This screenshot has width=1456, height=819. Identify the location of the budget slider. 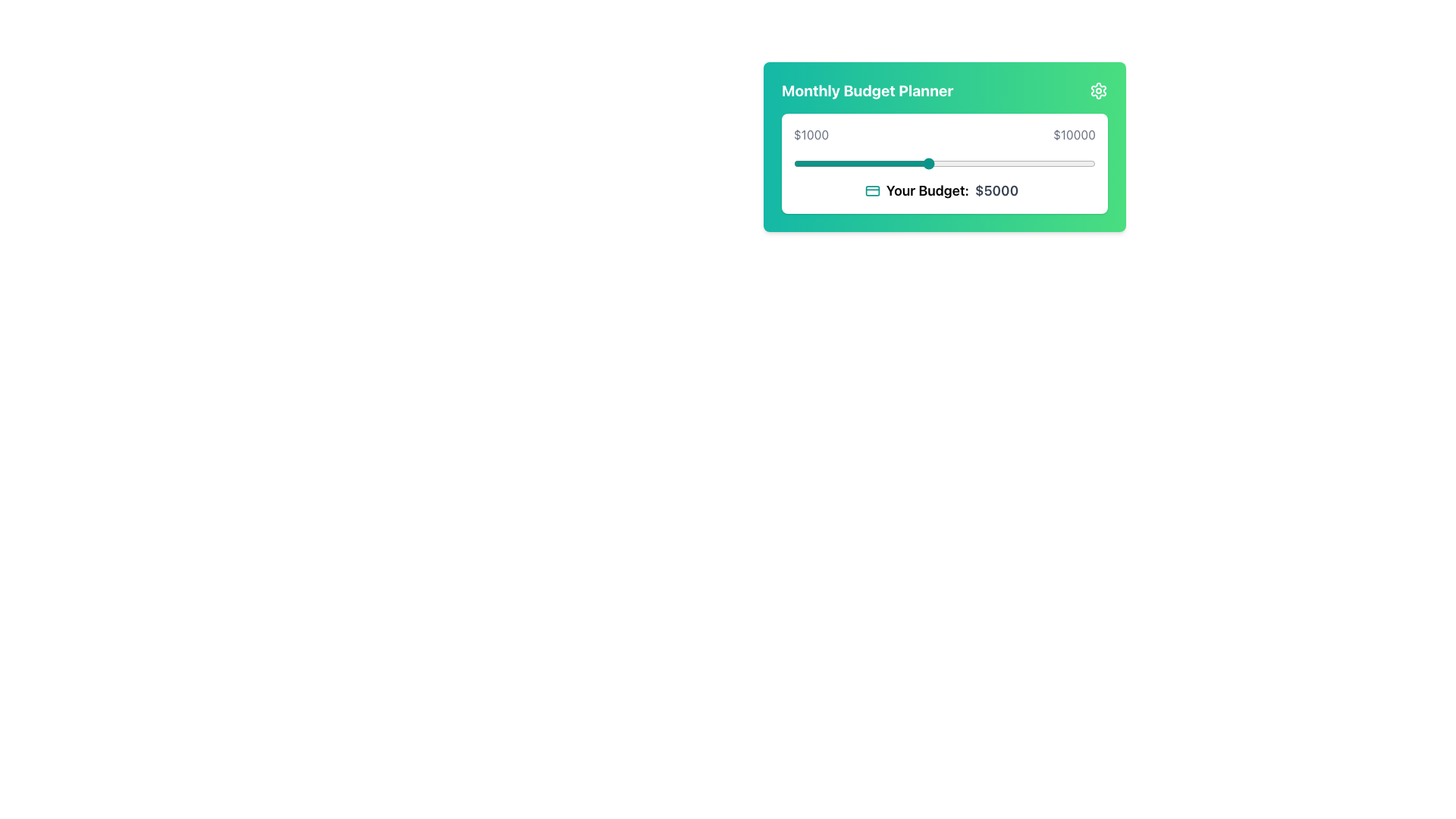
(967, 164).